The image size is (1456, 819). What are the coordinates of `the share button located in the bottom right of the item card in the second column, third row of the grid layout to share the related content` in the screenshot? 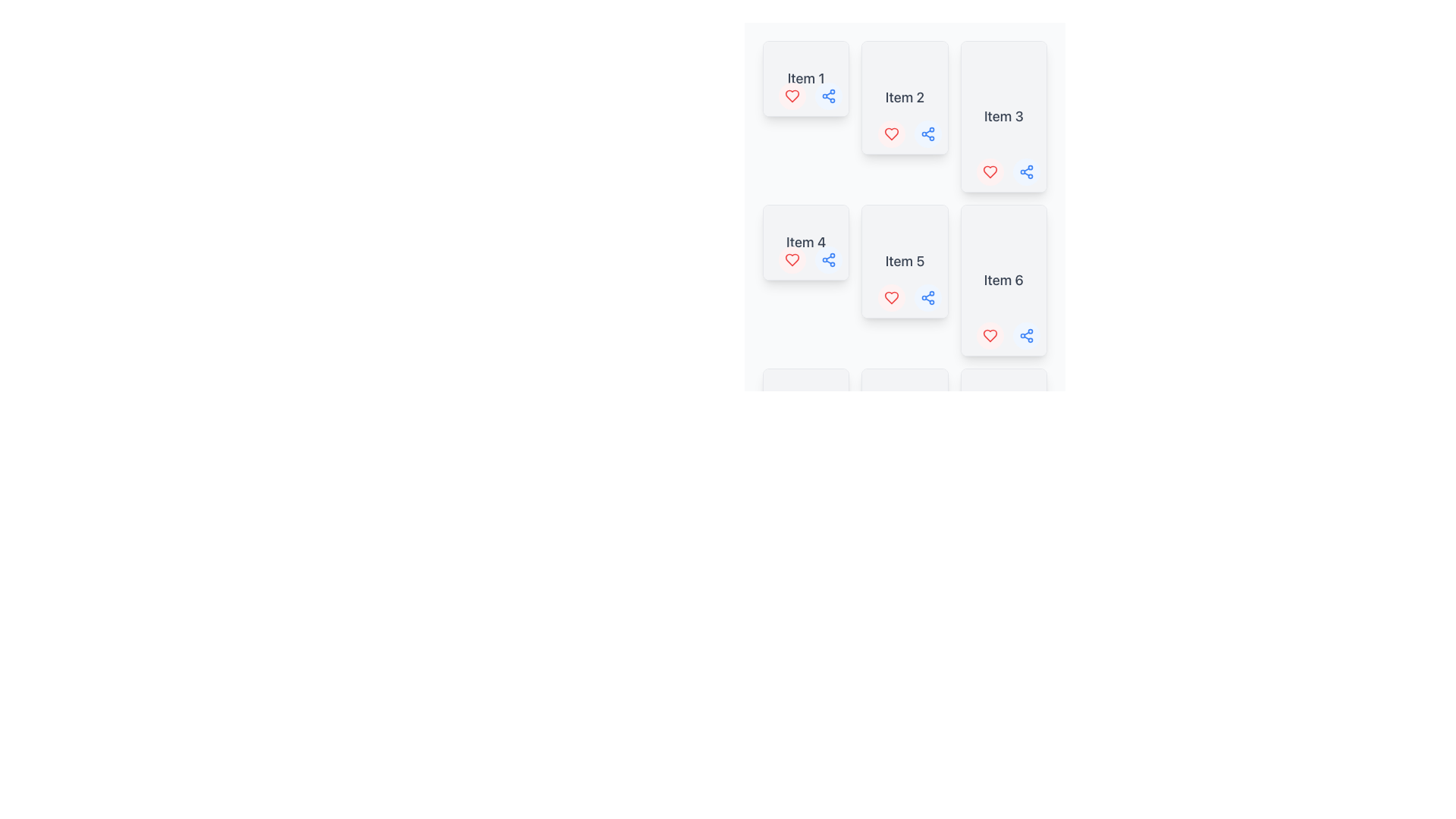 It's located at (1026, 500).